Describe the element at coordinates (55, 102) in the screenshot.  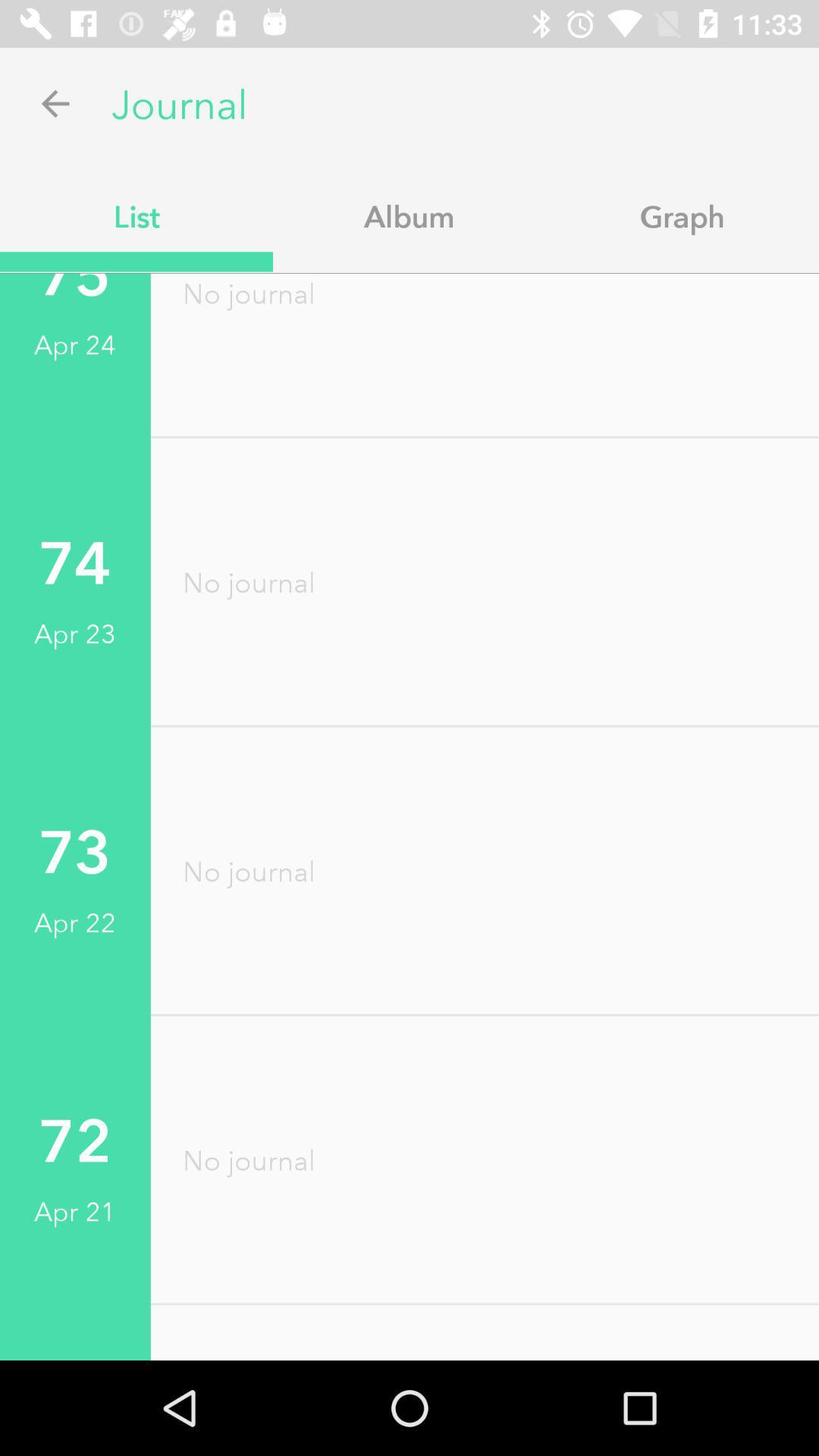
I see `go back` at that location.